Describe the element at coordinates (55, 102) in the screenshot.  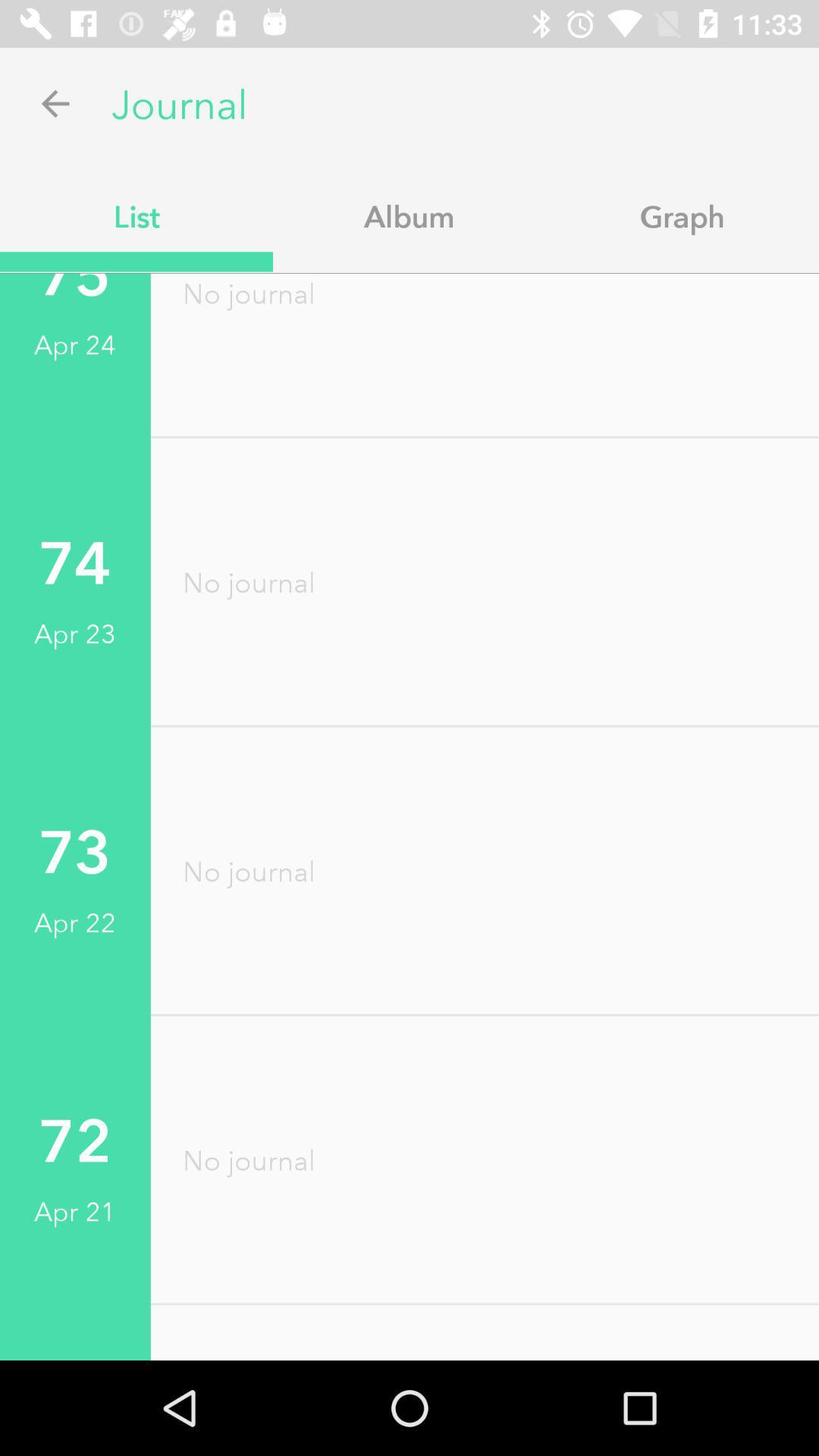
I see `go back` at that location.